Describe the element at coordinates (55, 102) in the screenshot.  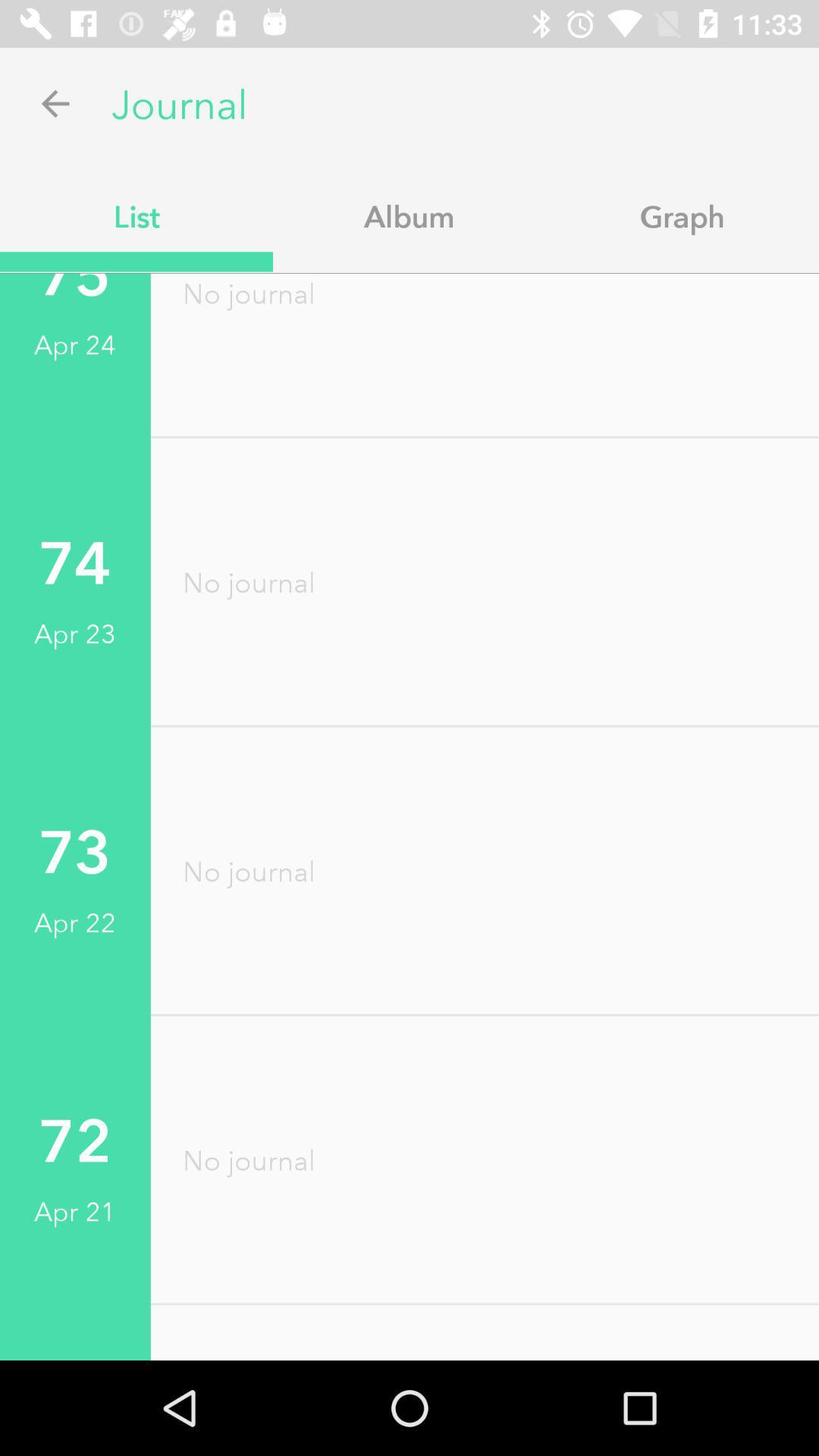
I see `go back` at that location.